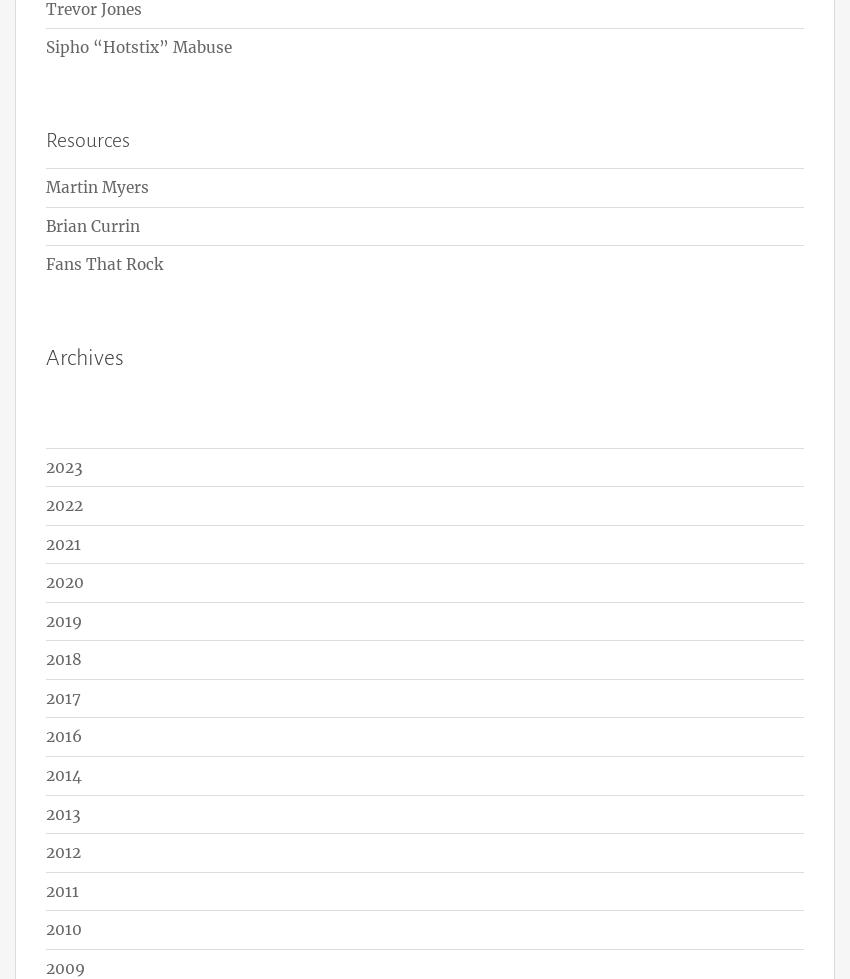 The width and height of the screenshot is (850, 979). What do you see at coordinates (45, 966) in the screenshot?
I see `'2009'` at bounding box center [45, 966].